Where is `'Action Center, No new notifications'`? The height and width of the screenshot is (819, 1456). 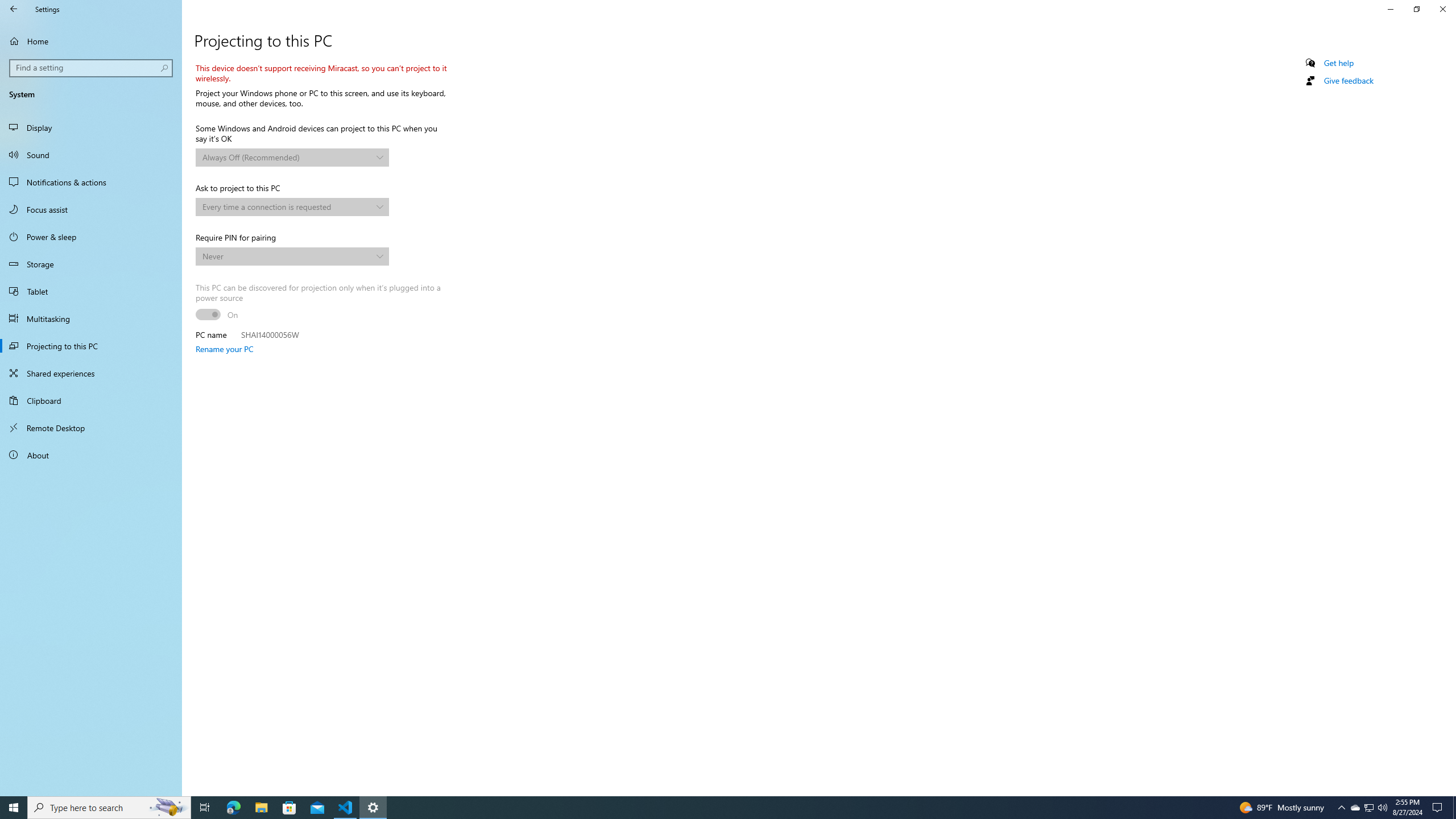
'Action Center, No new notifications' is located at coordinates (1439, 806).